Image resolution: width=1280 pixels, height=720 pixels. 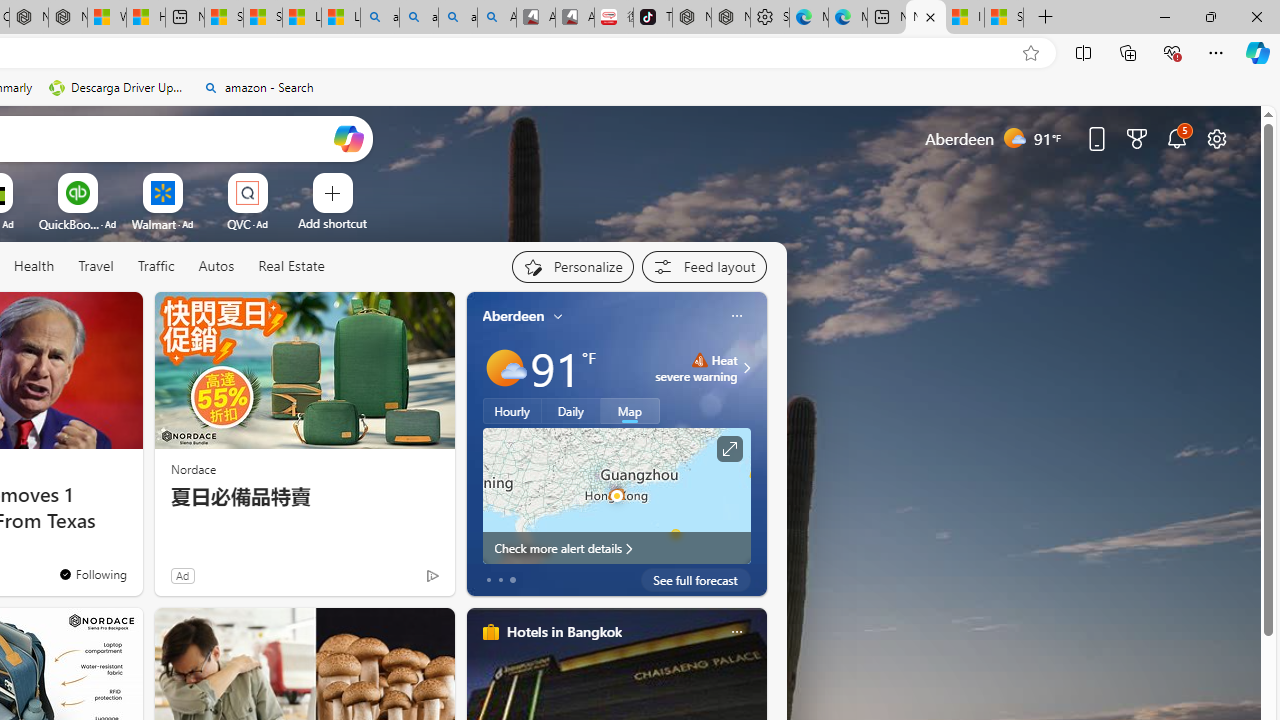 I want to click on 'Amazon Echo Robot - Search Images', so click(x=496, y=17).